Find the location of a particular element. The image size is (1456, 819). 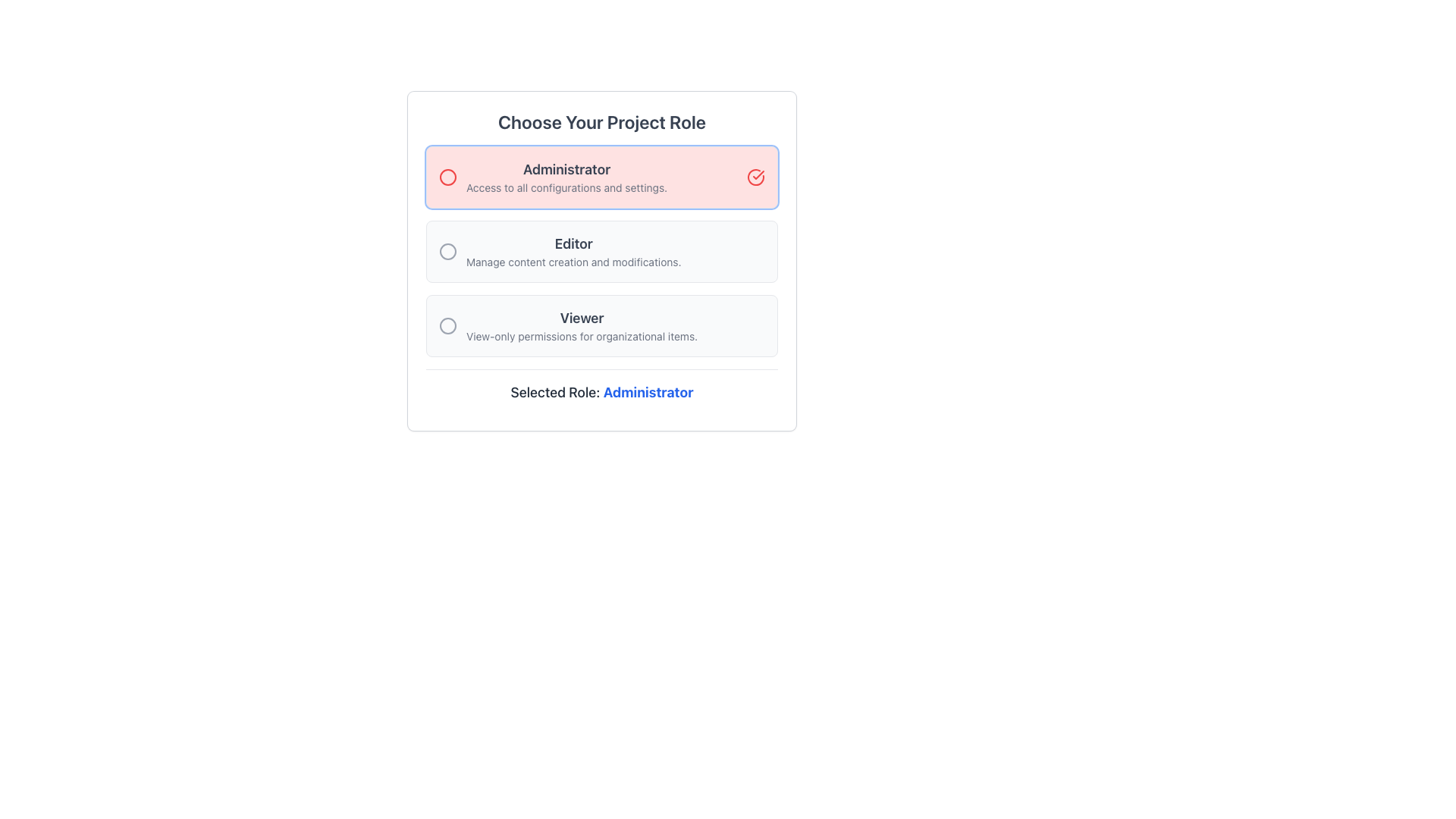

the Text label that displays 'Editor' and 'Manage content creation and modifications.' positioned as the second option in a vertical list is located at coordinates (573, 250).